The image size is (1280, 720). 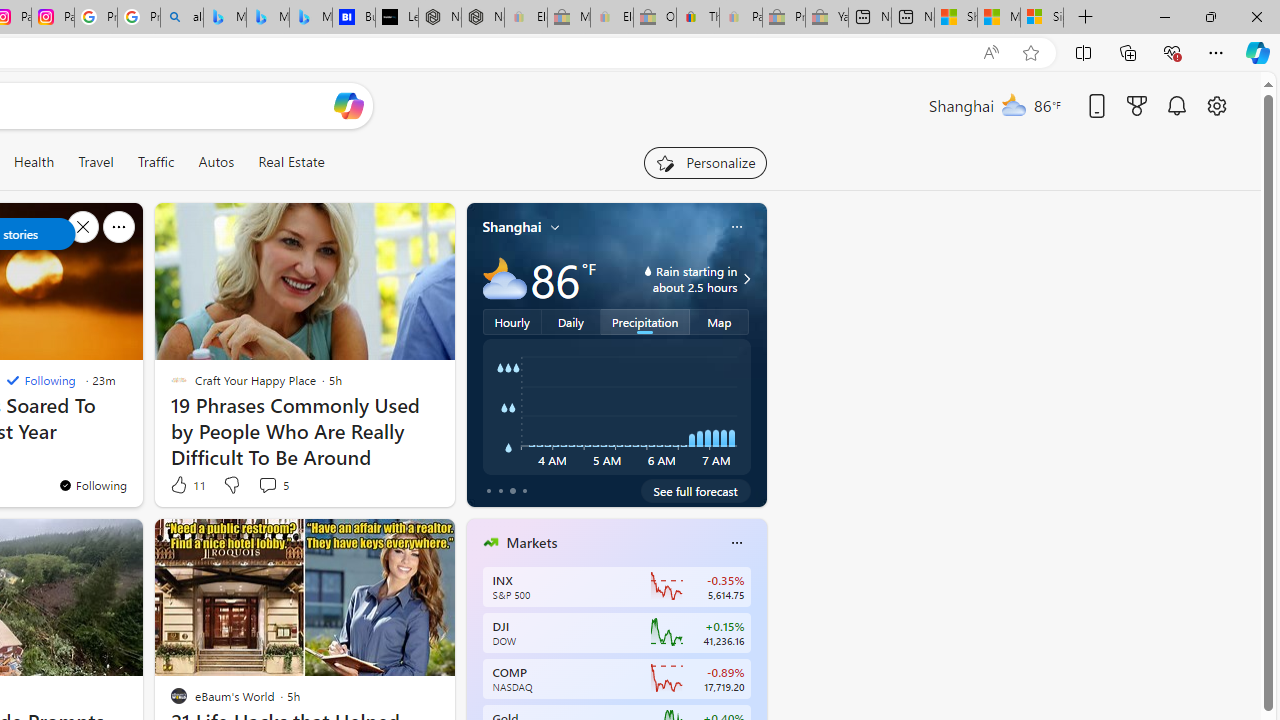 What do you see at coordinates (1164, 16) in the screenshot?
I see `'Minimize'` at bounding box center [1164, 16].